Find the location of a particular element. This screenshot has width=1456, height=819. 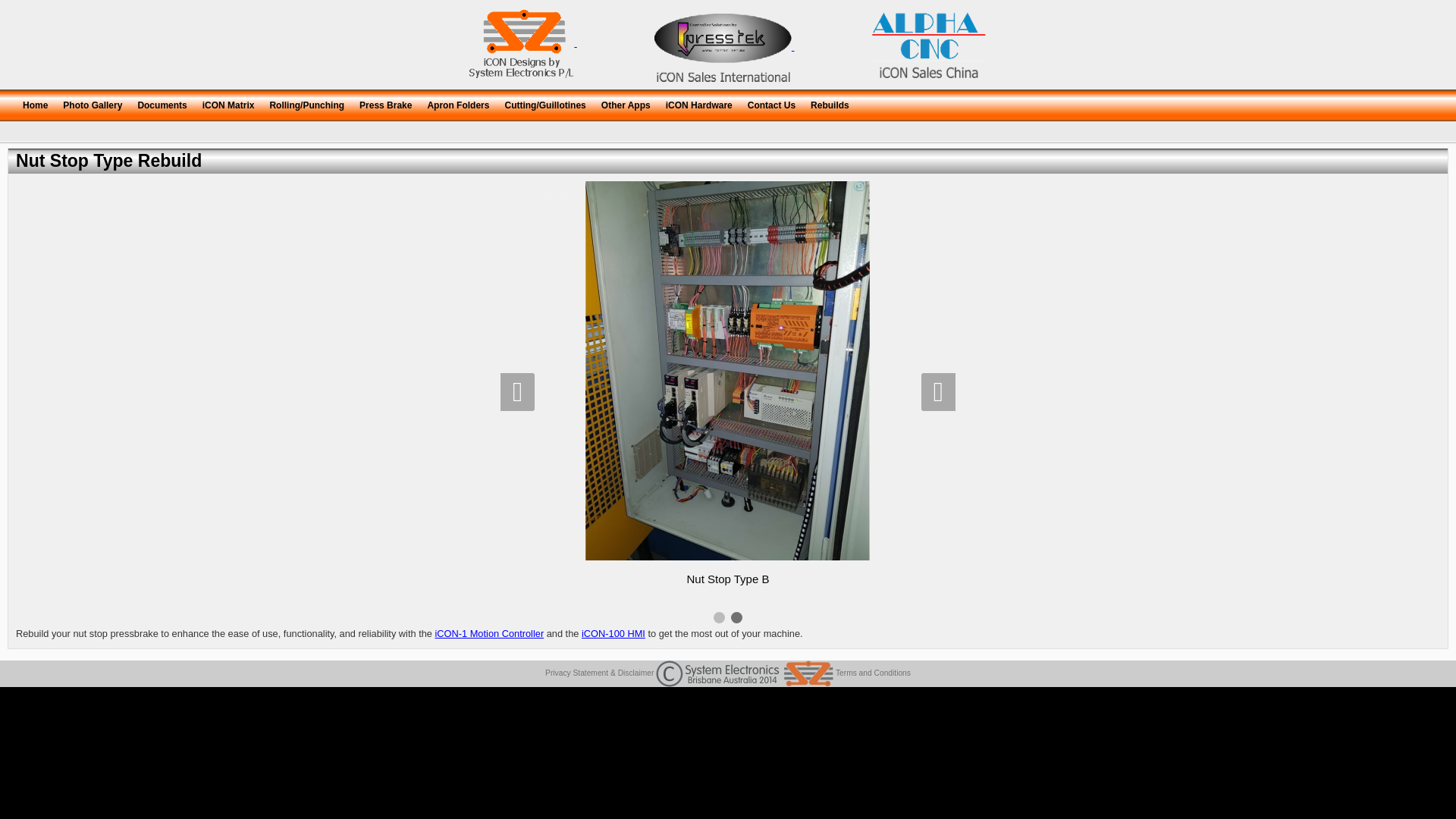

'iCON Hardware' is located at coordinates (698, 102).